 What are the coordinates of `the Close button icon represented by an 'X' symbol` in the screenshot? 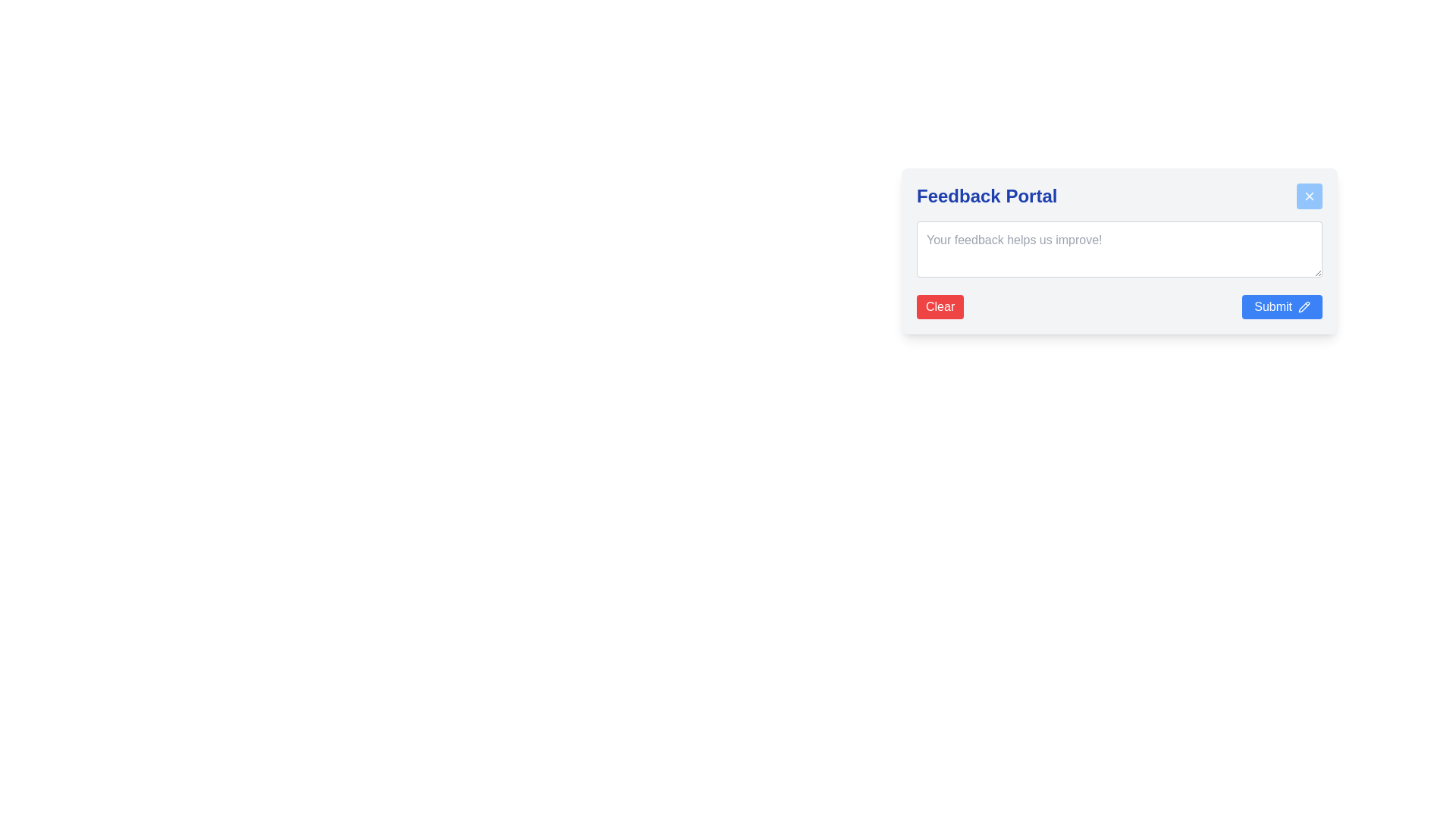 It's located at (1309, 195).